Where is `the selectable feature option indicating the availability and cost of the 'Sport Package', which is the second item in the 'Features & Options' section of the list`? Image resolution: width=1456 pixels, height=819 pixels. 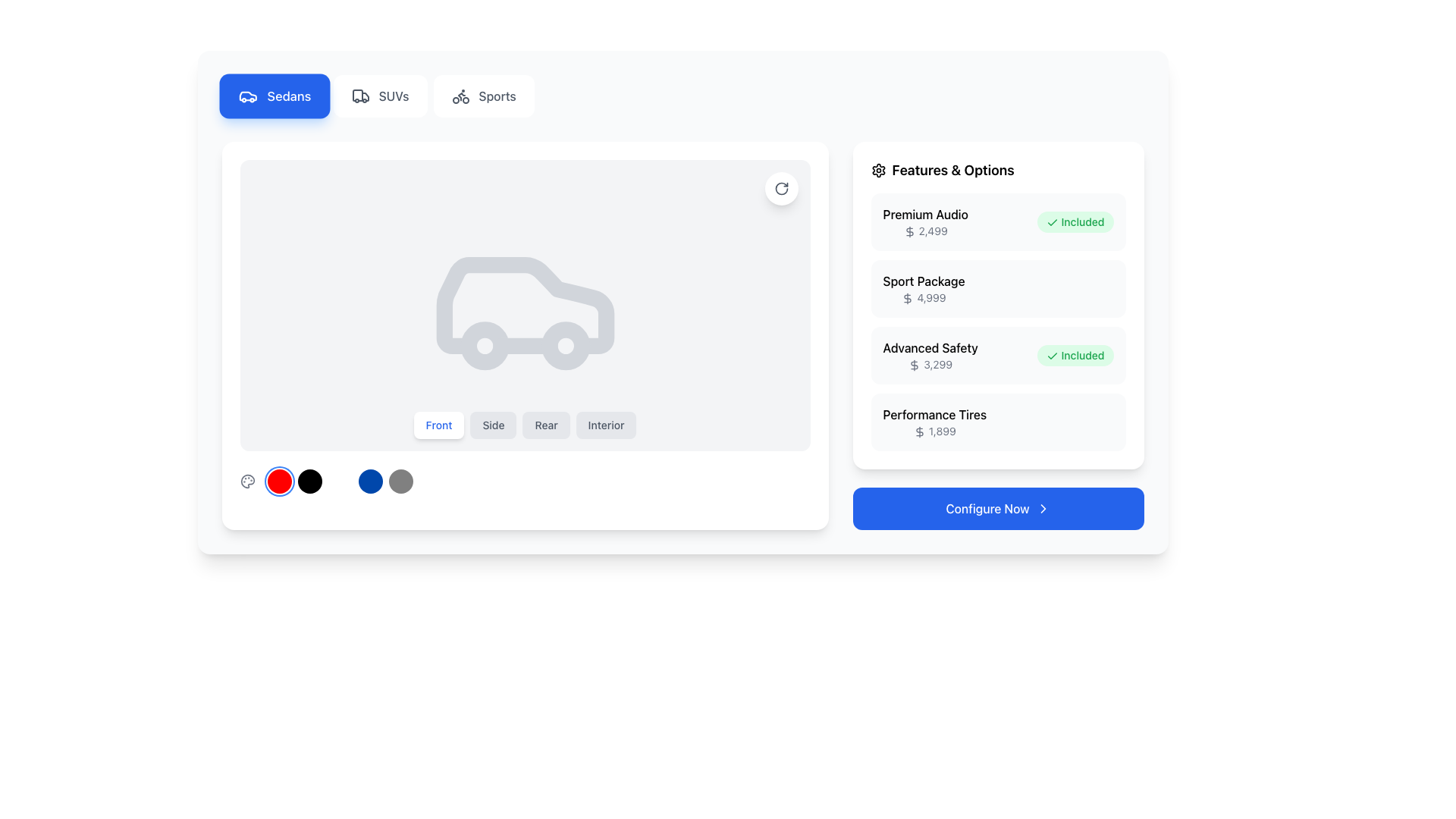
the selectable feature option indicating the availability and cost of the 'Sport Package', which is the second item in the 'Features & Options' section of the list is located at coordinates (998, 289).